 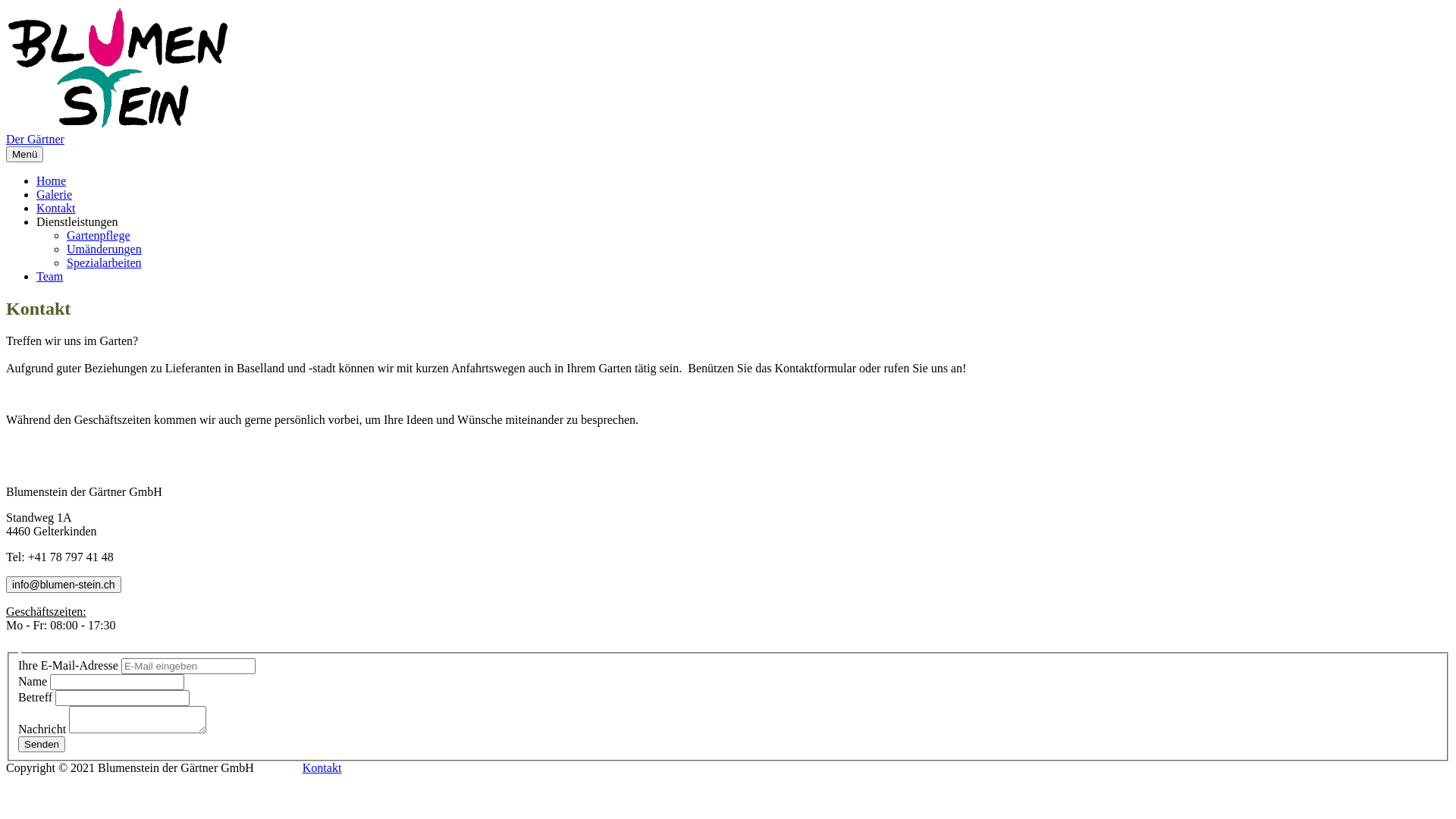 What do you see at coordinates (97, 235) in the screenshot?
I see `'Gartenpflege'` at bounding box center [97, 235].